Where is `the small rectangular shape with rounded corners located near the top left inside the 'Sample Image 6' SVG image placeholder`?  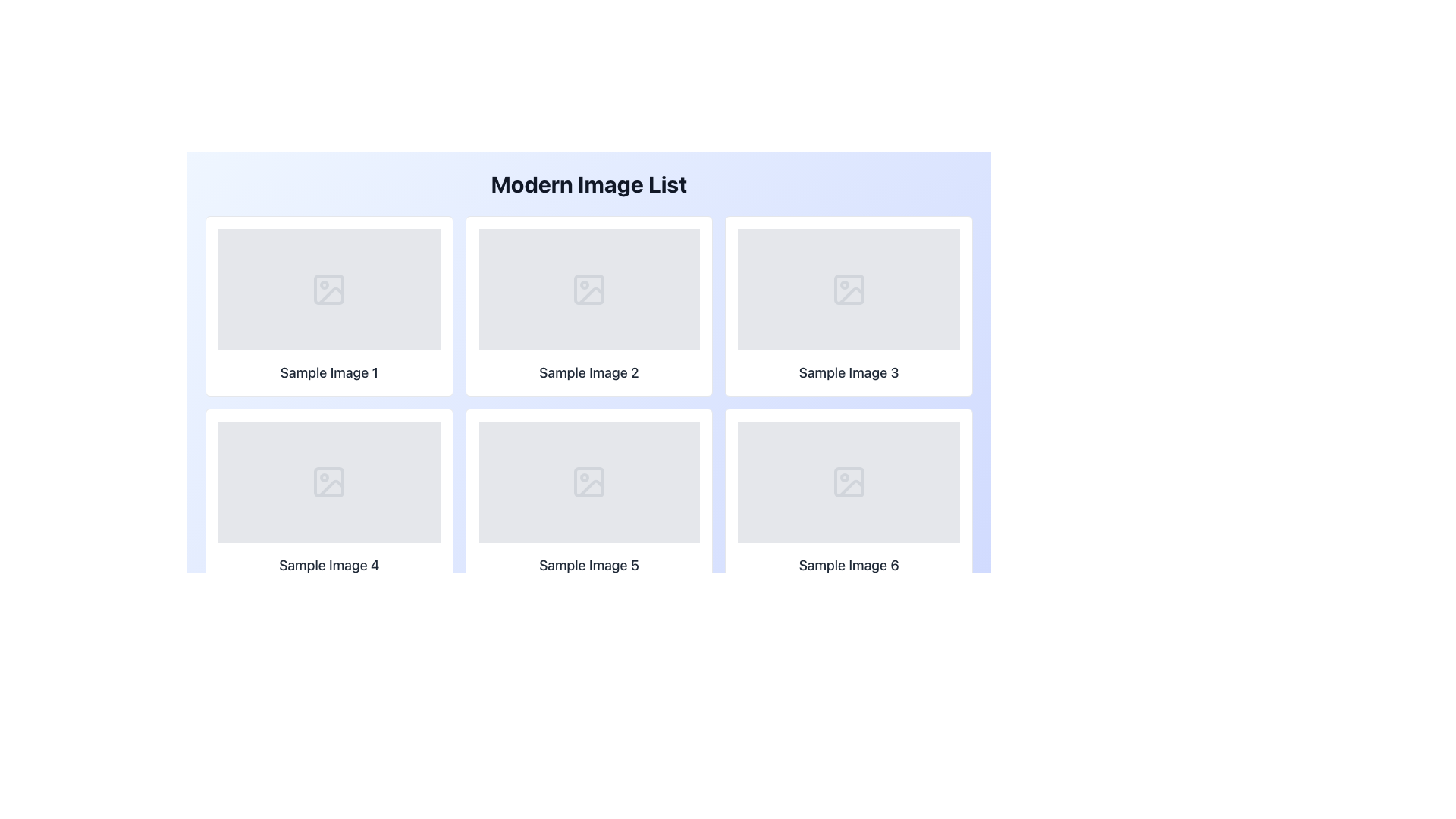
the small rectangular shape with rounded corners located near the top left inside the 'Sample Image 6' SVG image placeholder is located at coordinates (848, 482).